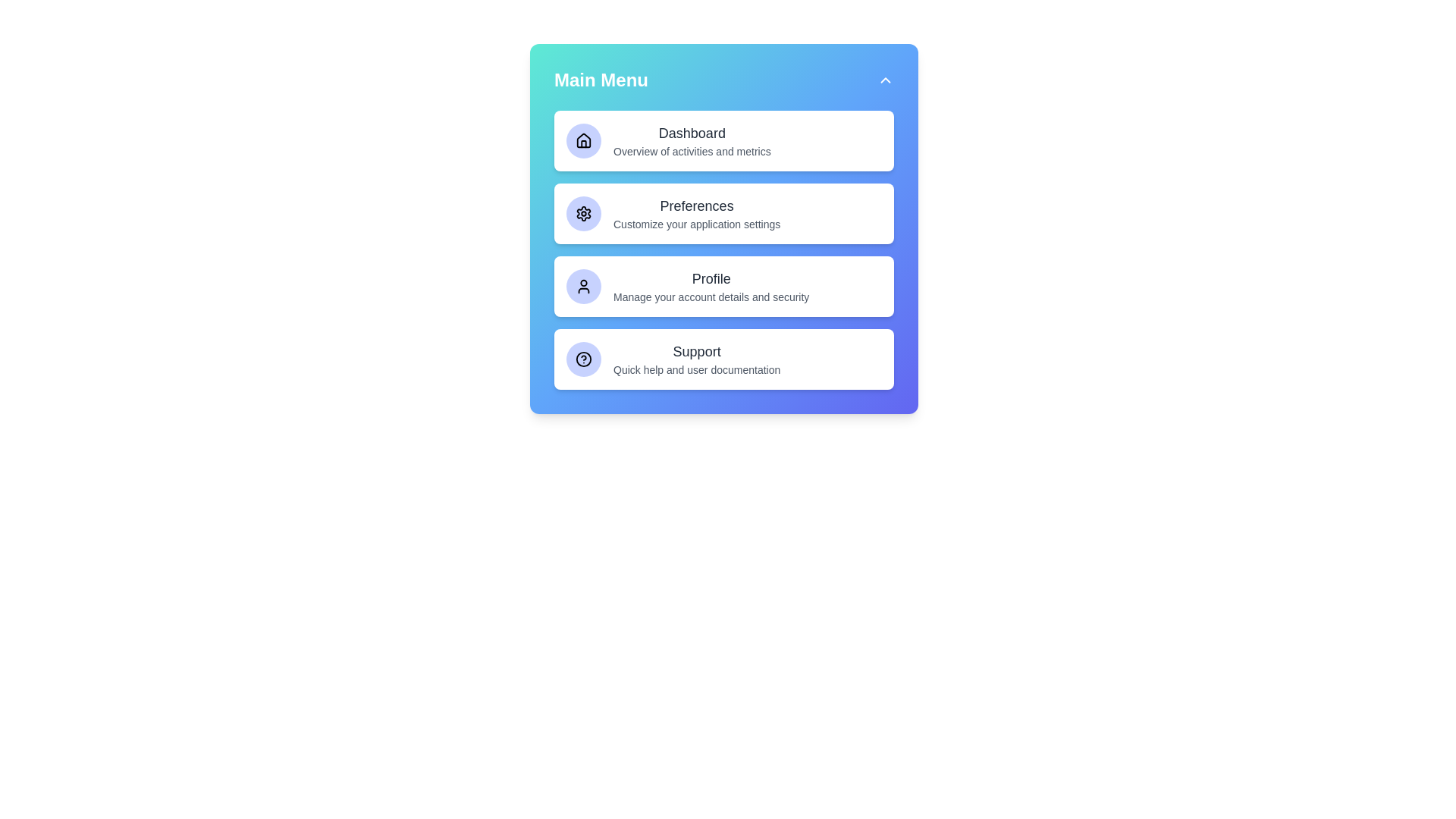 The height and width of the screenshot is (819, 1456). What do you see at coordinates (723, 213) in the screenshot?
I see `the menu option Preferences to reveal its details` at bounding box center [723, 213].